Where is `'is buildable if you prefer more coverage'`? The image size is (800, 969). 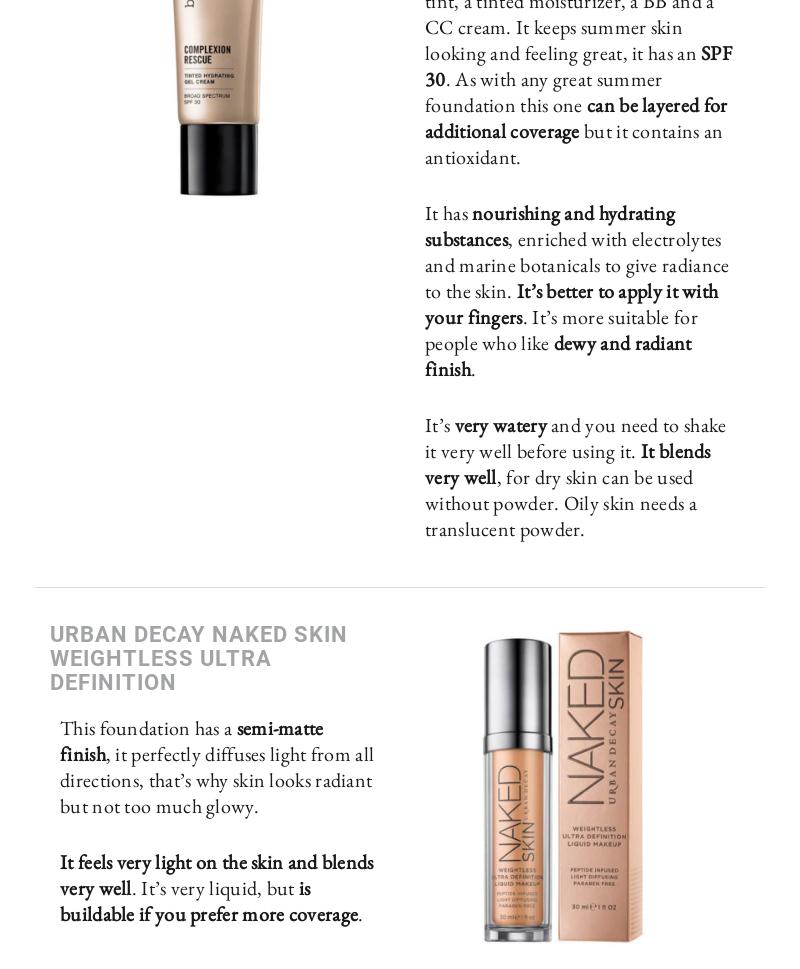
'is buildable if you prefer more coverage' is located at coordinates (208, 900).